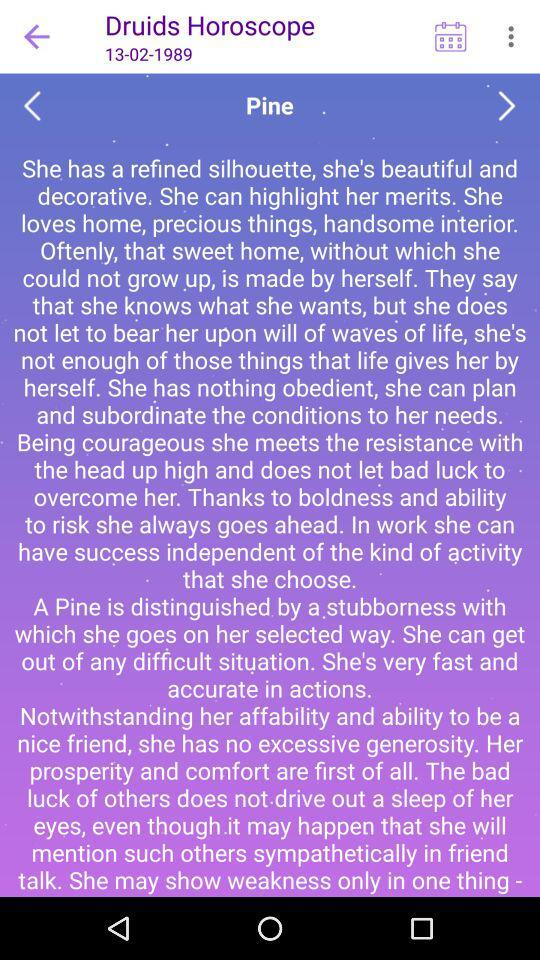  What do you see at coordinates (507, 106) in the screenshot?
I see `the arrow_forward icon` at bounding box center [507, 106].